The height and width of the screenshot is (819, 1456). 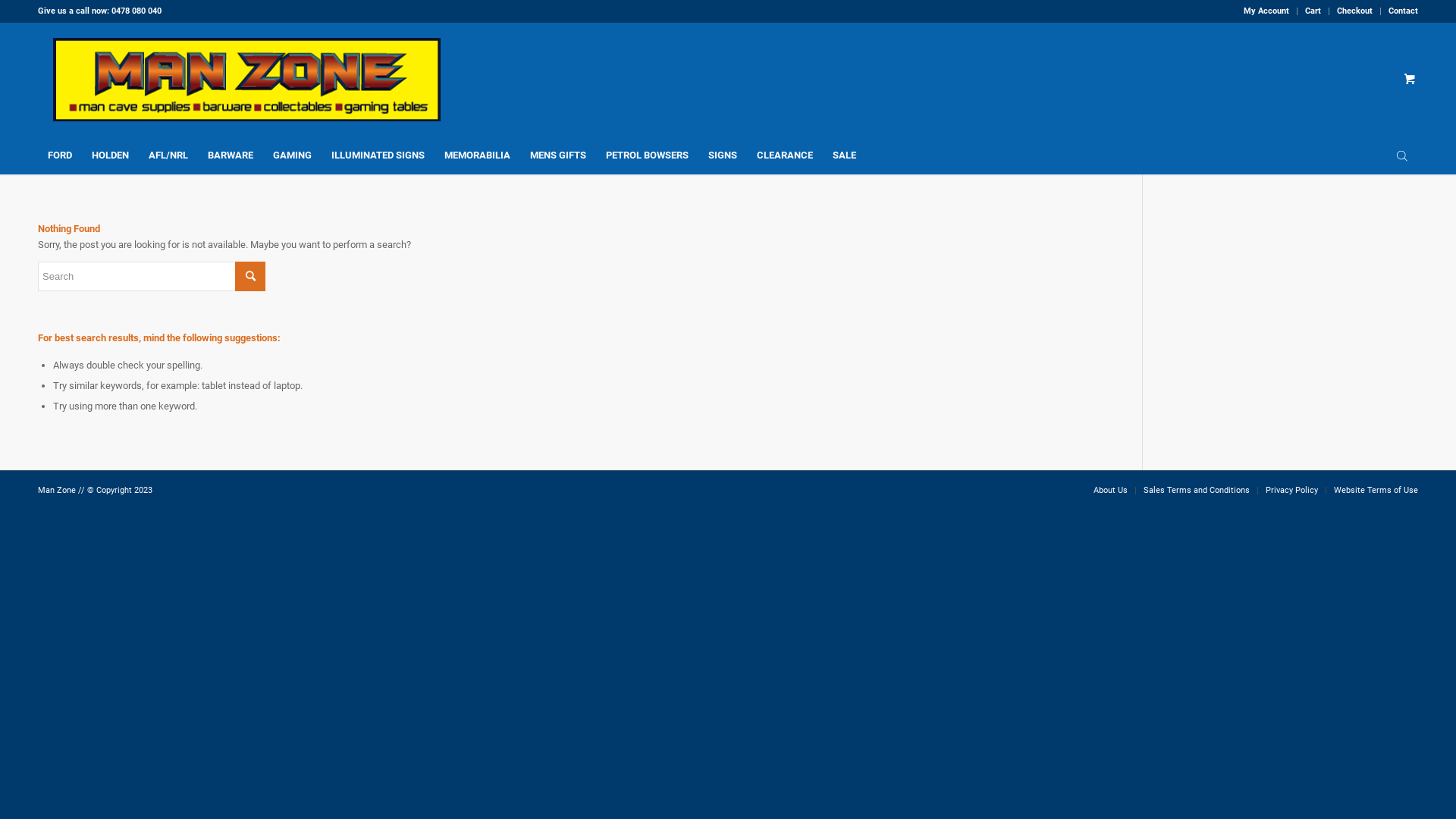 What do you see at coordinates (229, 155) in the screenshot?
I see `'BARWARE'` at bounding box center [229, 155].